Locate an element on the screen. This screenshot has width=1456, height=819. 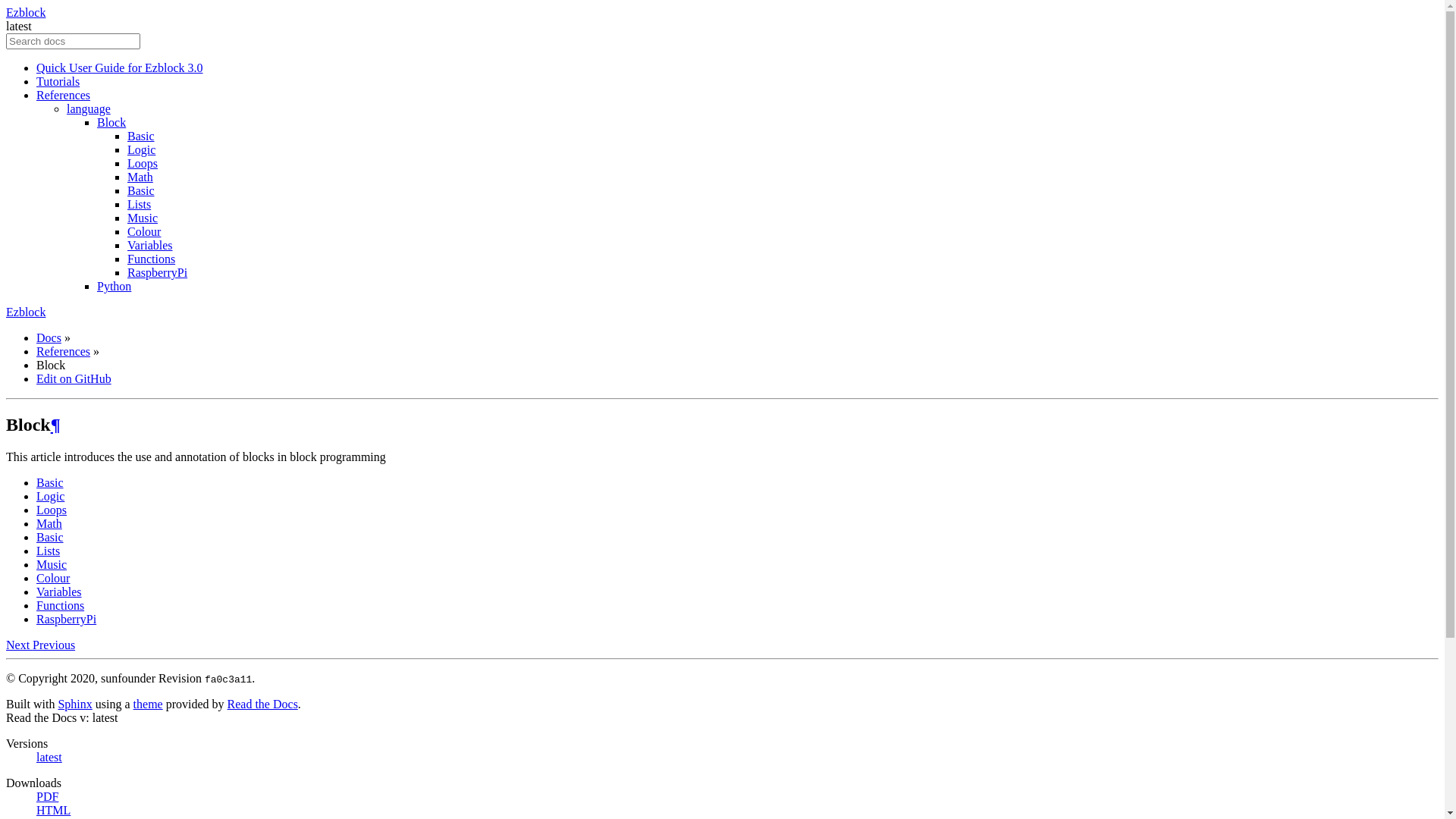
'RaspberryPi' is located at coordinates (157, 271).